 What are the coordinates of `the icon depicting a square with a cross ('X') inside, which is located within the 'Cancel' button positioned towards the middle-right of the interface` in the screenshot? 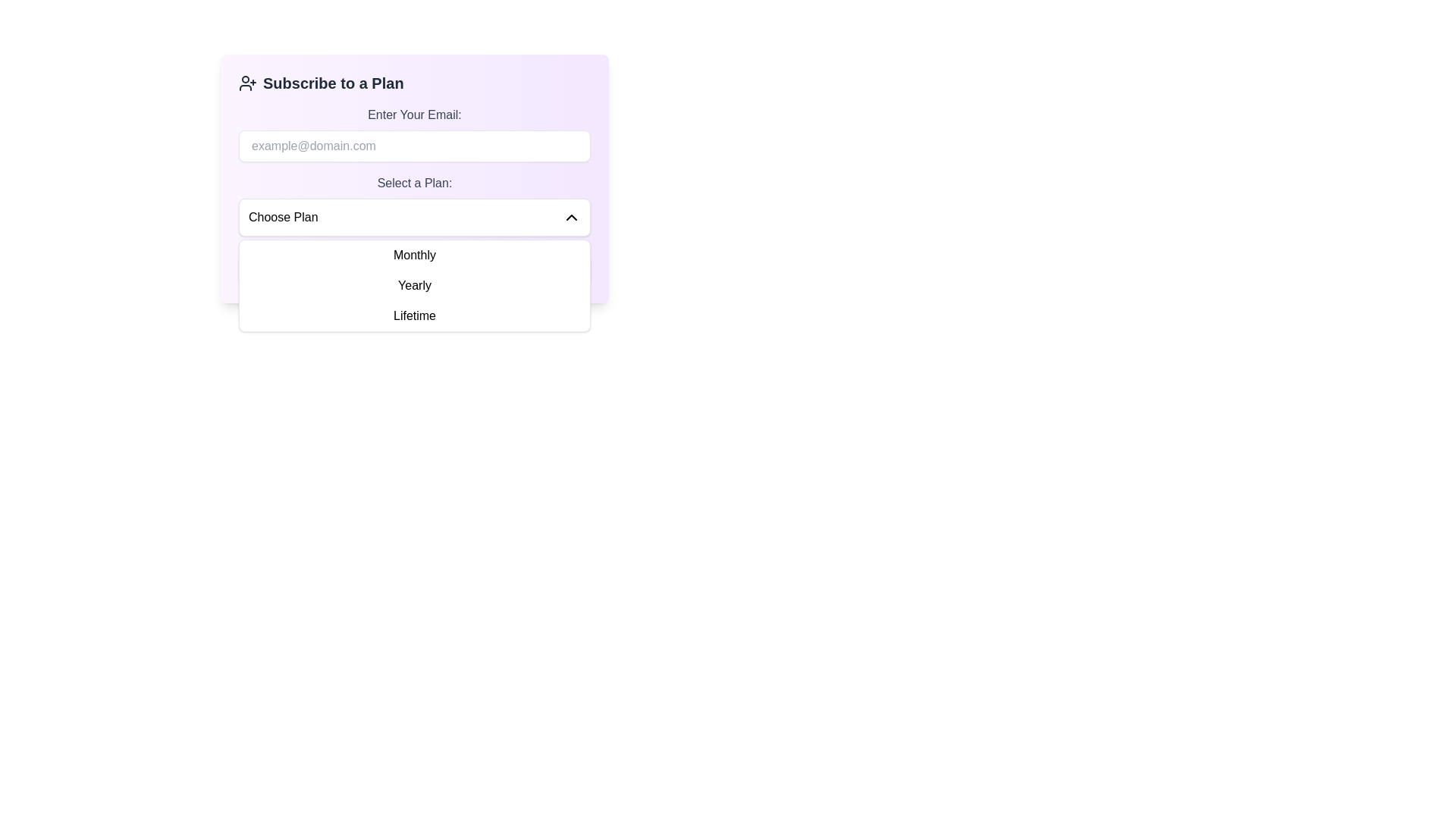 It's located at (527, 268).